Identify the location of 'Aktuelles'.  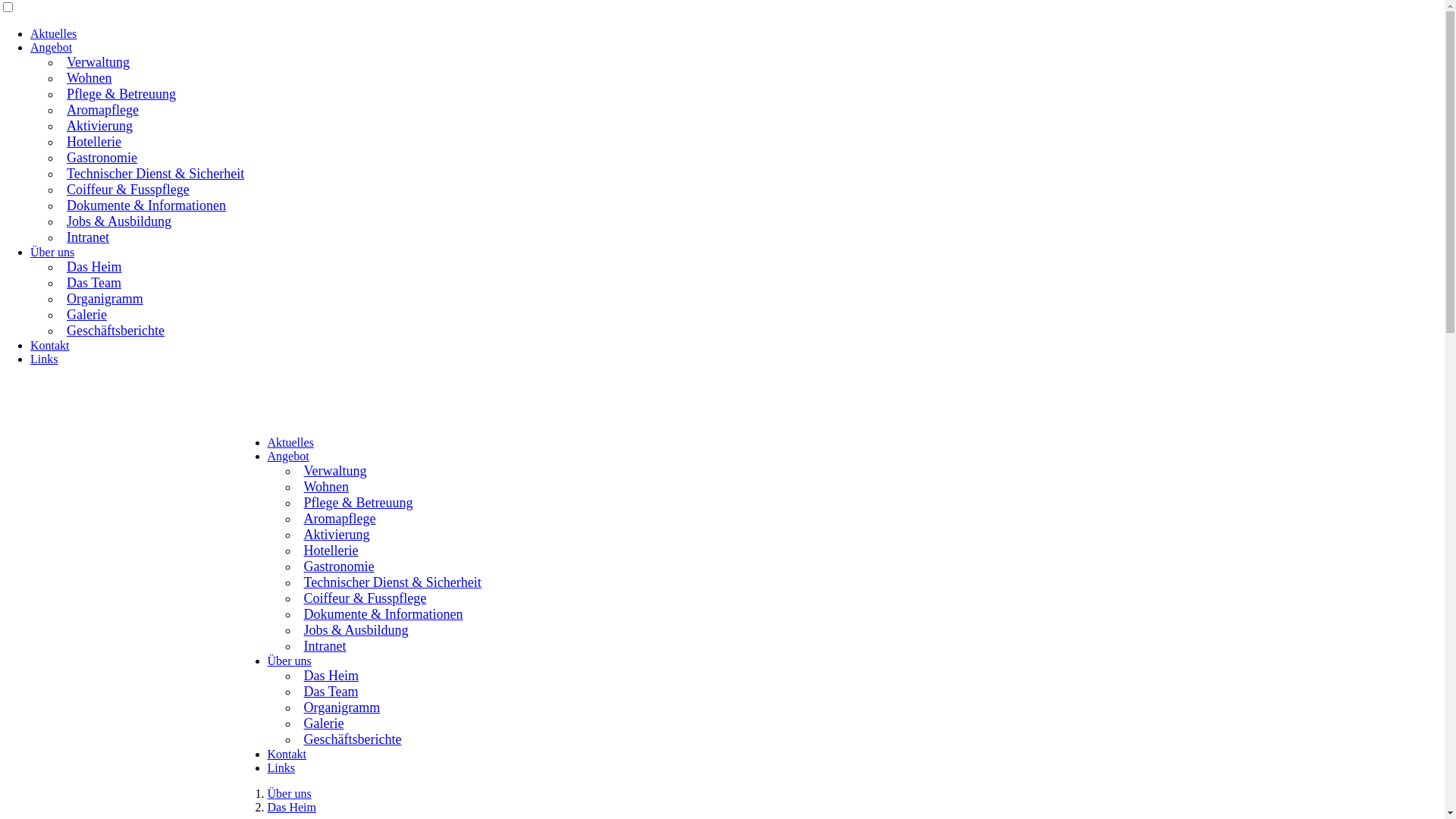
(290, 442).